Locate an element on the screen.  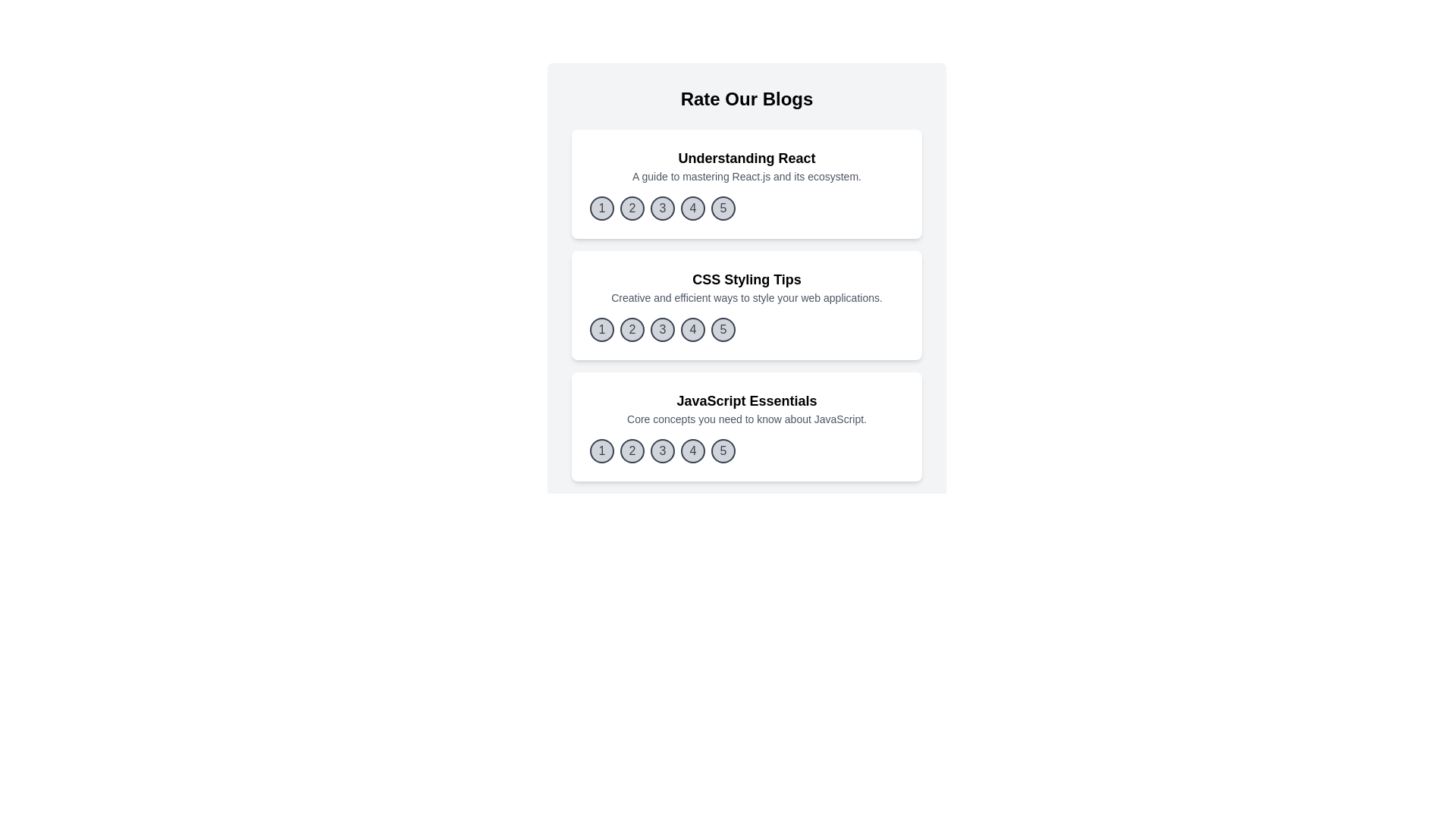
the rating button corresponding to 1 for the blog titled 'JavaScript Essentials' is located at coordinates (601, 450).